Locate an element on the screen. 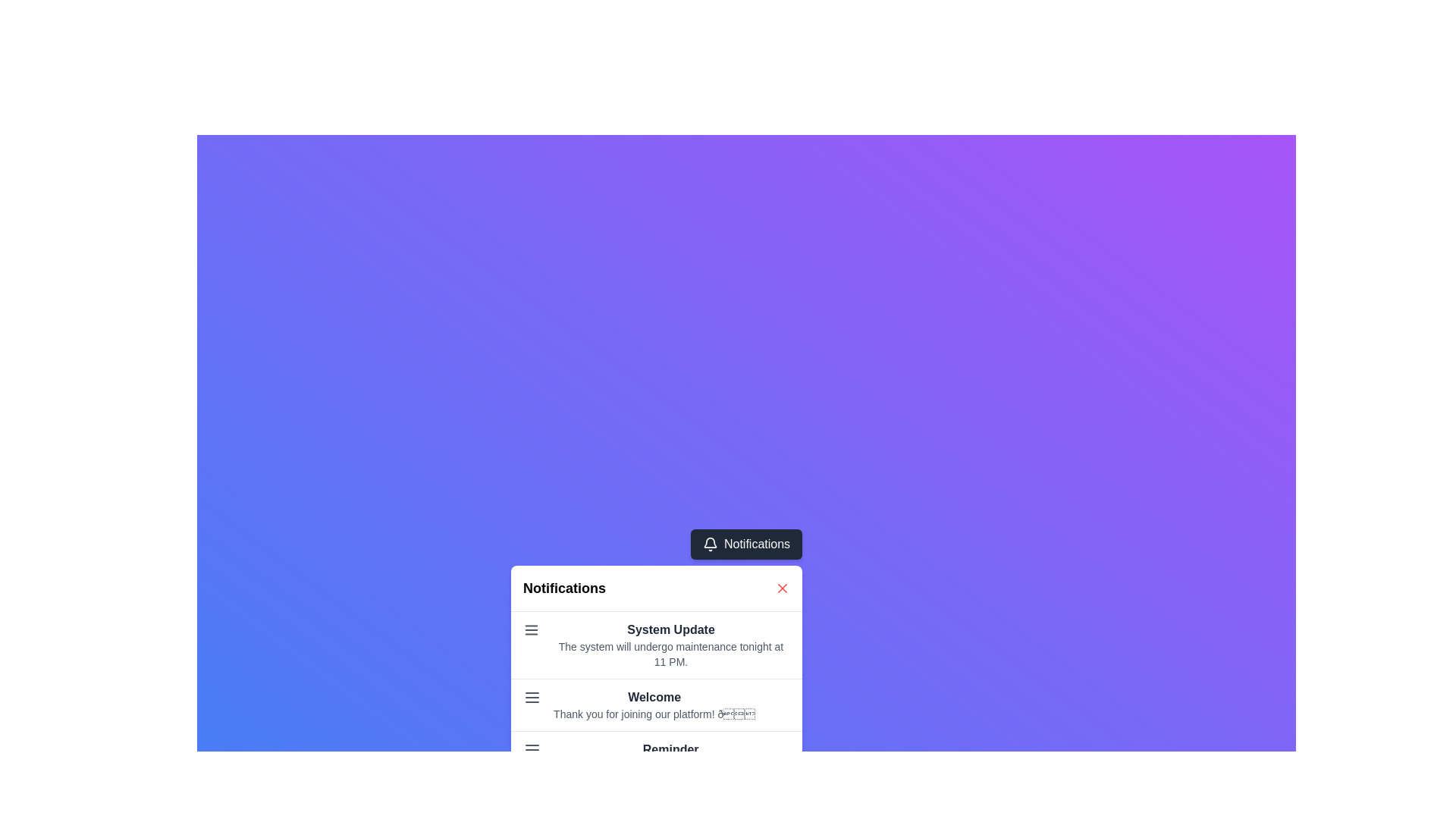 This screenshot has height=819, width=1456. the close button icon styled as an 'X' located in the upper-right corner of the notifications drop-down panel to potentially see a tooltip or visual emphasis is located at coordinates (783, 587).